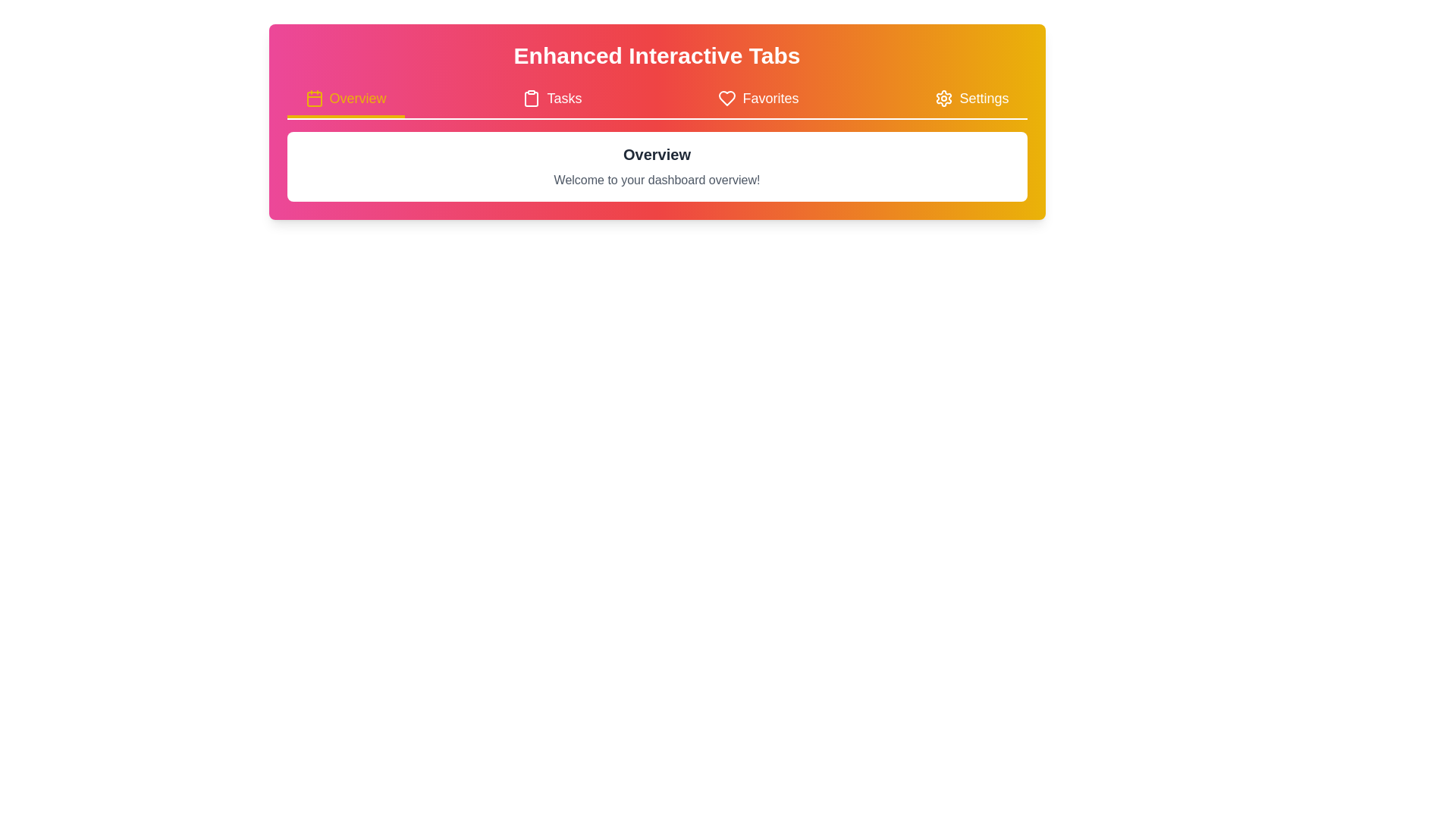  I want to click on the 'Settings' gear icon in the navigation bar, so click(943, 99).